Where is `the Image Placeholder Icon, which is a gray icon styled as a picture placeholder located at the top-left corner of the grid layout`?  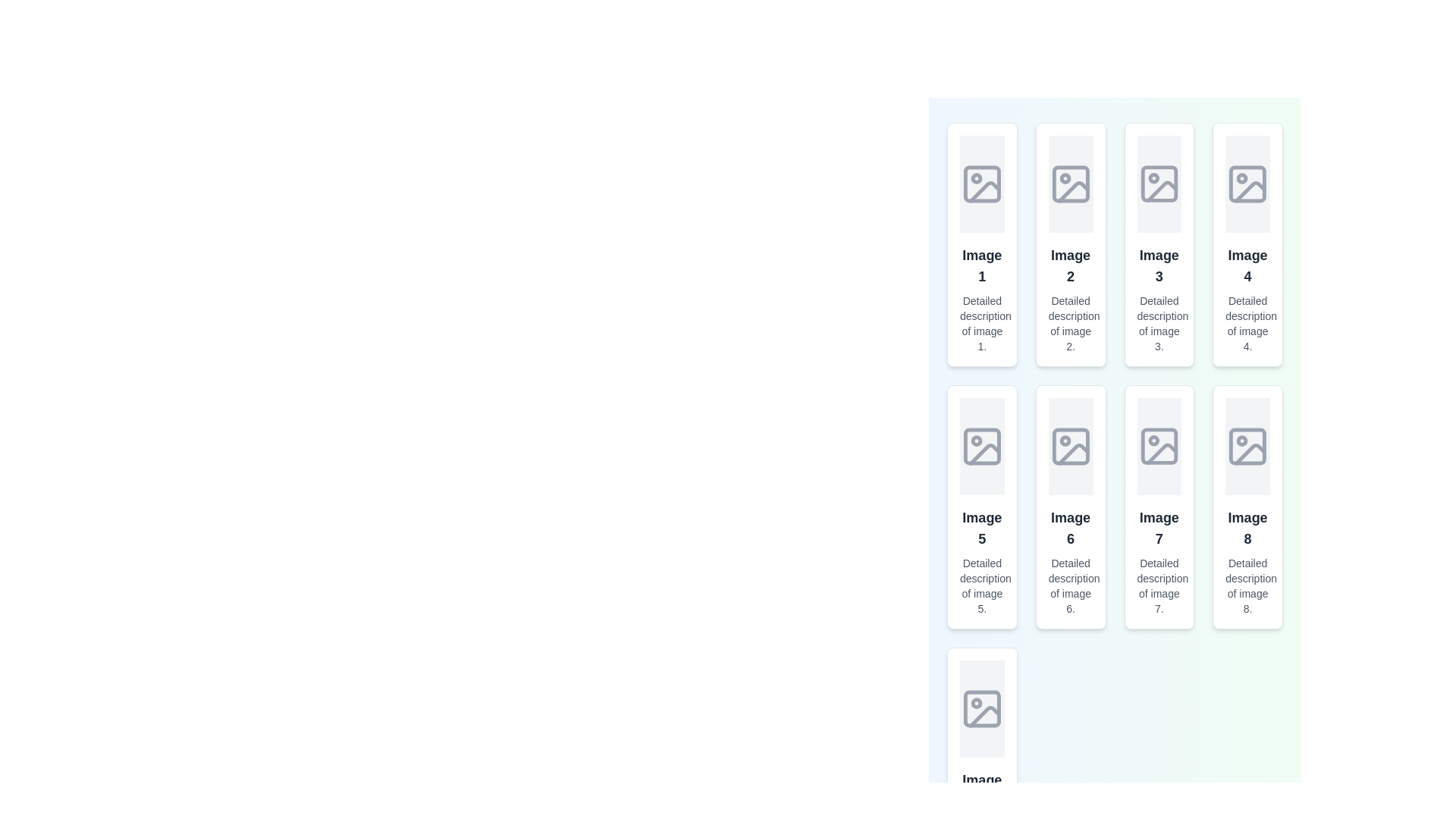 the Image Placeholder Icon, which is a gray icon styled as a picture placeholder located at the top-left corner of the grid layout is located at coordinates (982, 184).